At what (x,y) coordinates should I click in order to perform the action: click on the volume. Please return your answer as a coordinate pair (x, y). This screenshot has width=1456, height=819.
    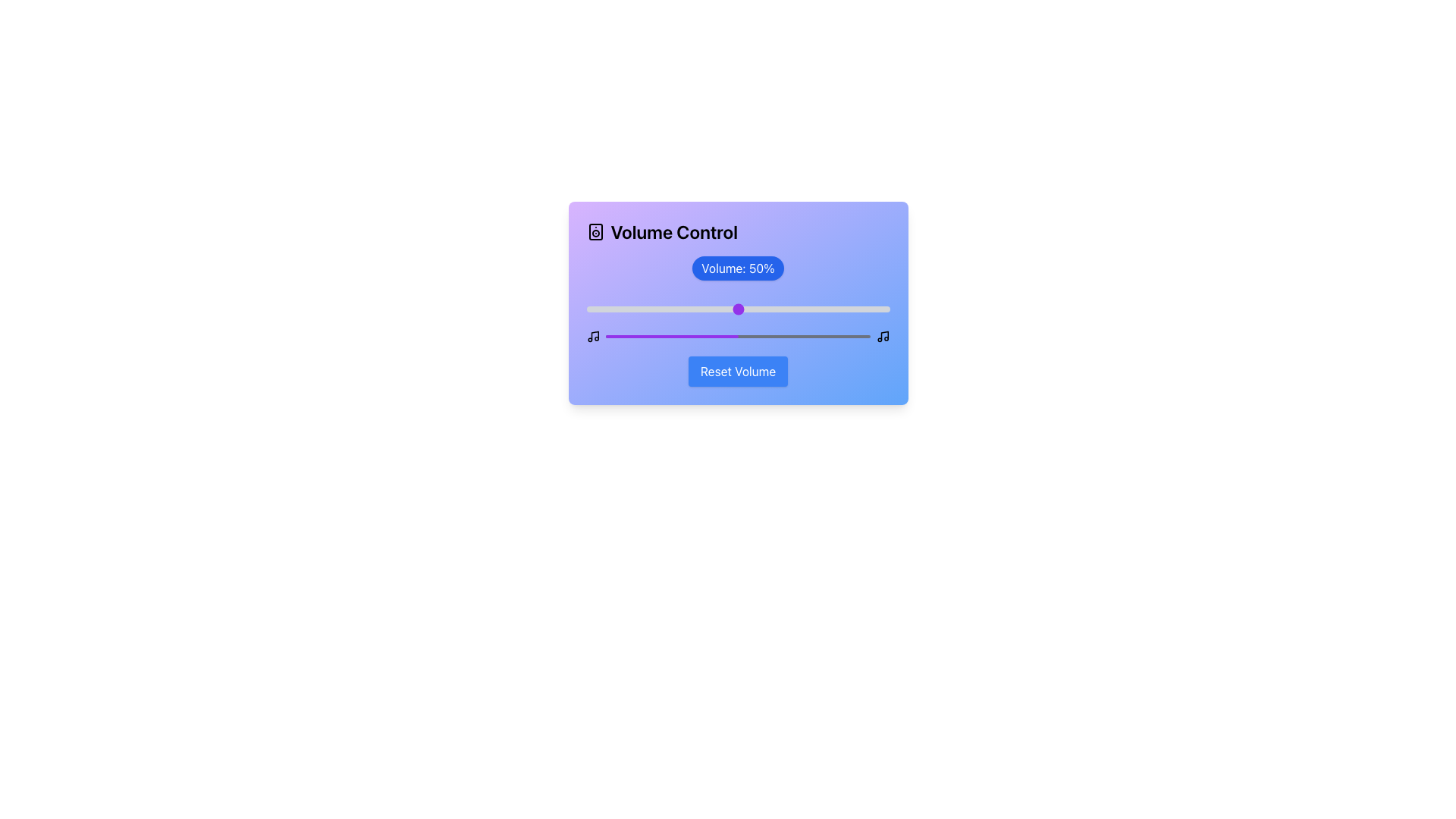
    Looking at the image, I should click on (840, 335).